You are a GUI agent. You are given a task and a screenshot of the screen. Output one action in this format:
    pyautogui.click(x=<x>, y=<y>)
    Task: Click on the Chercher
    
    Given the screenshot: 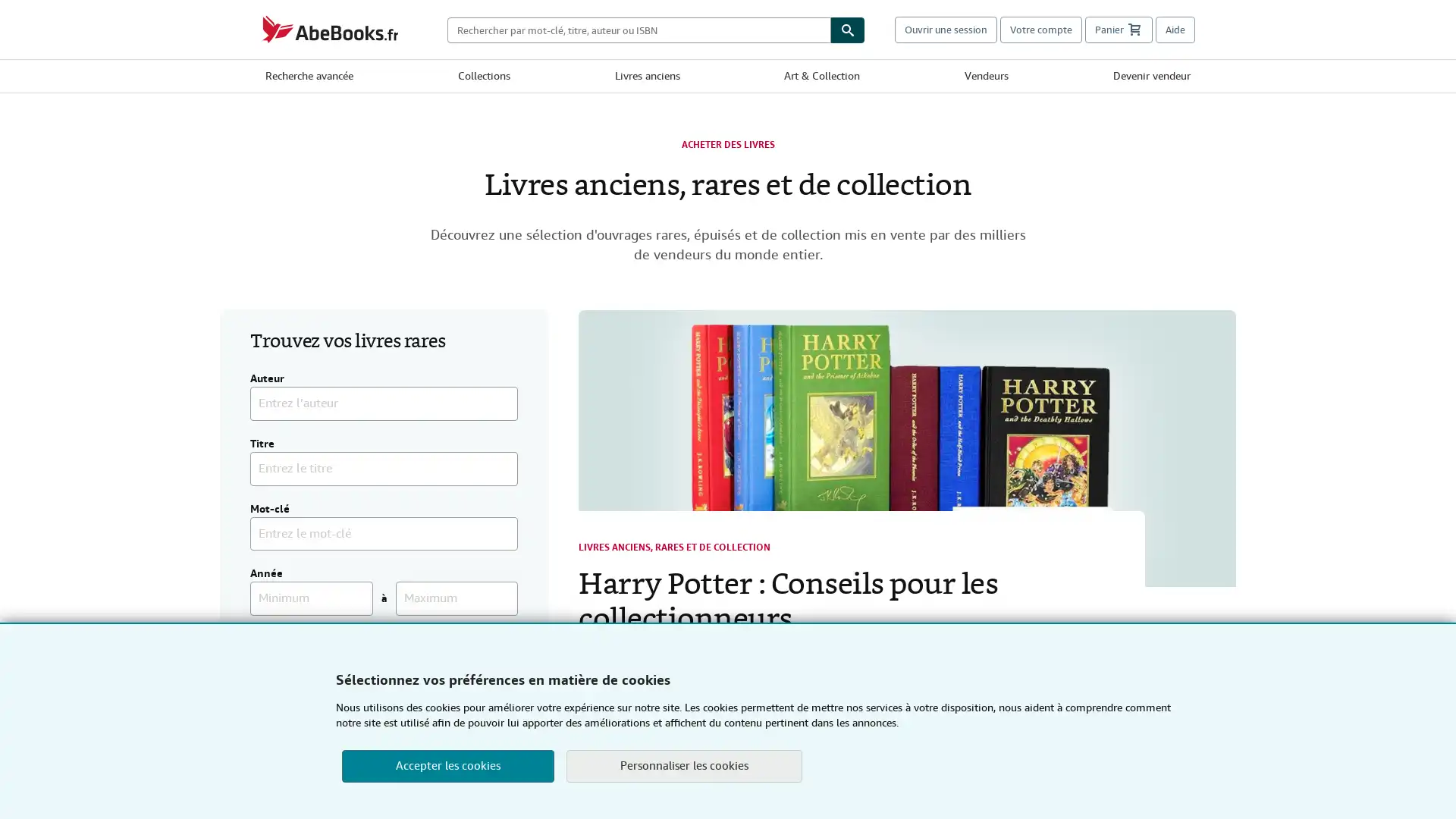 What is the action you would take?
    pyautogui.click(x=297, y=778)
    